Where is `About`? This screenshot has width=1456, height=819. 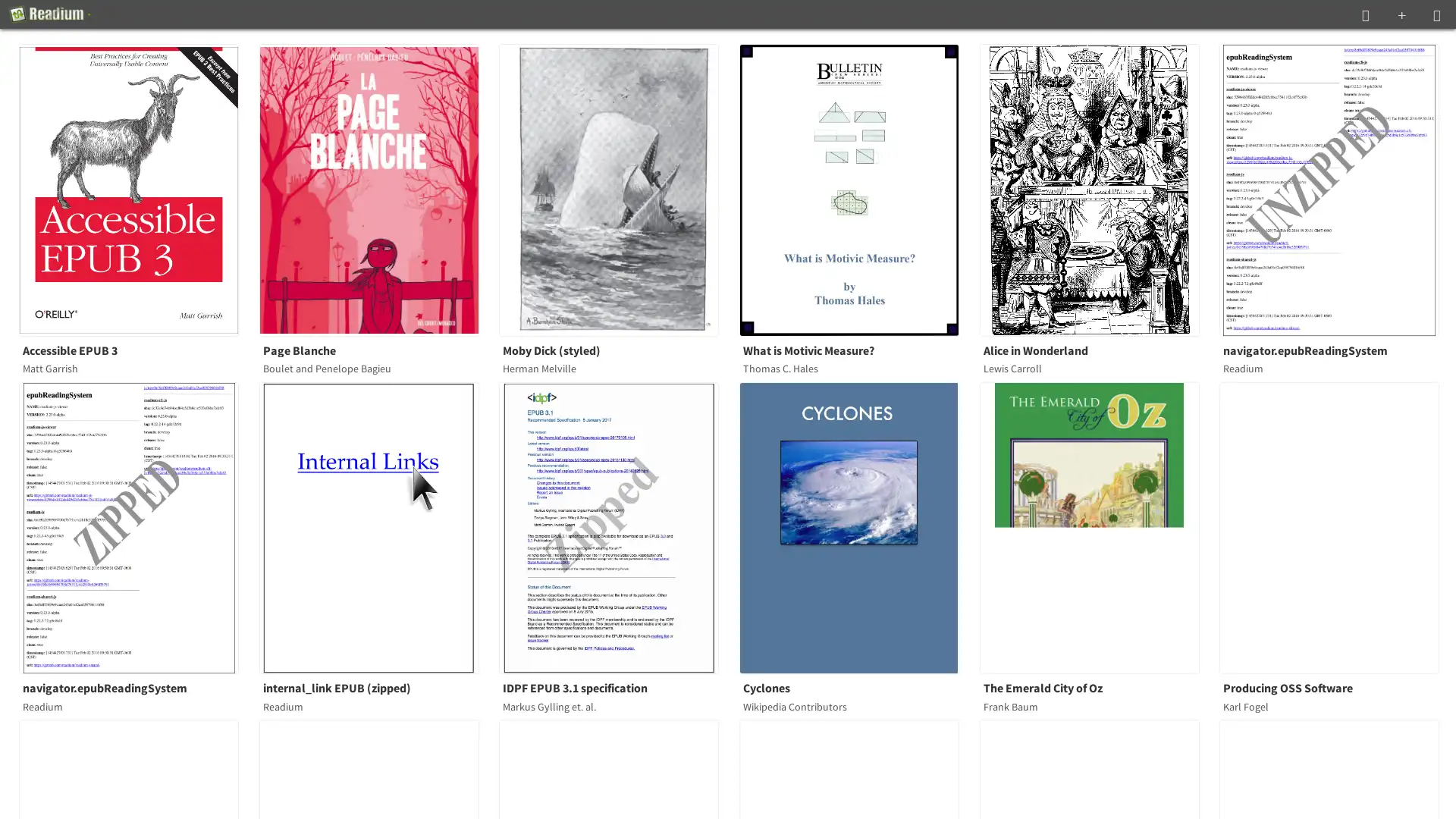
About is located at coordinates (50, 14).